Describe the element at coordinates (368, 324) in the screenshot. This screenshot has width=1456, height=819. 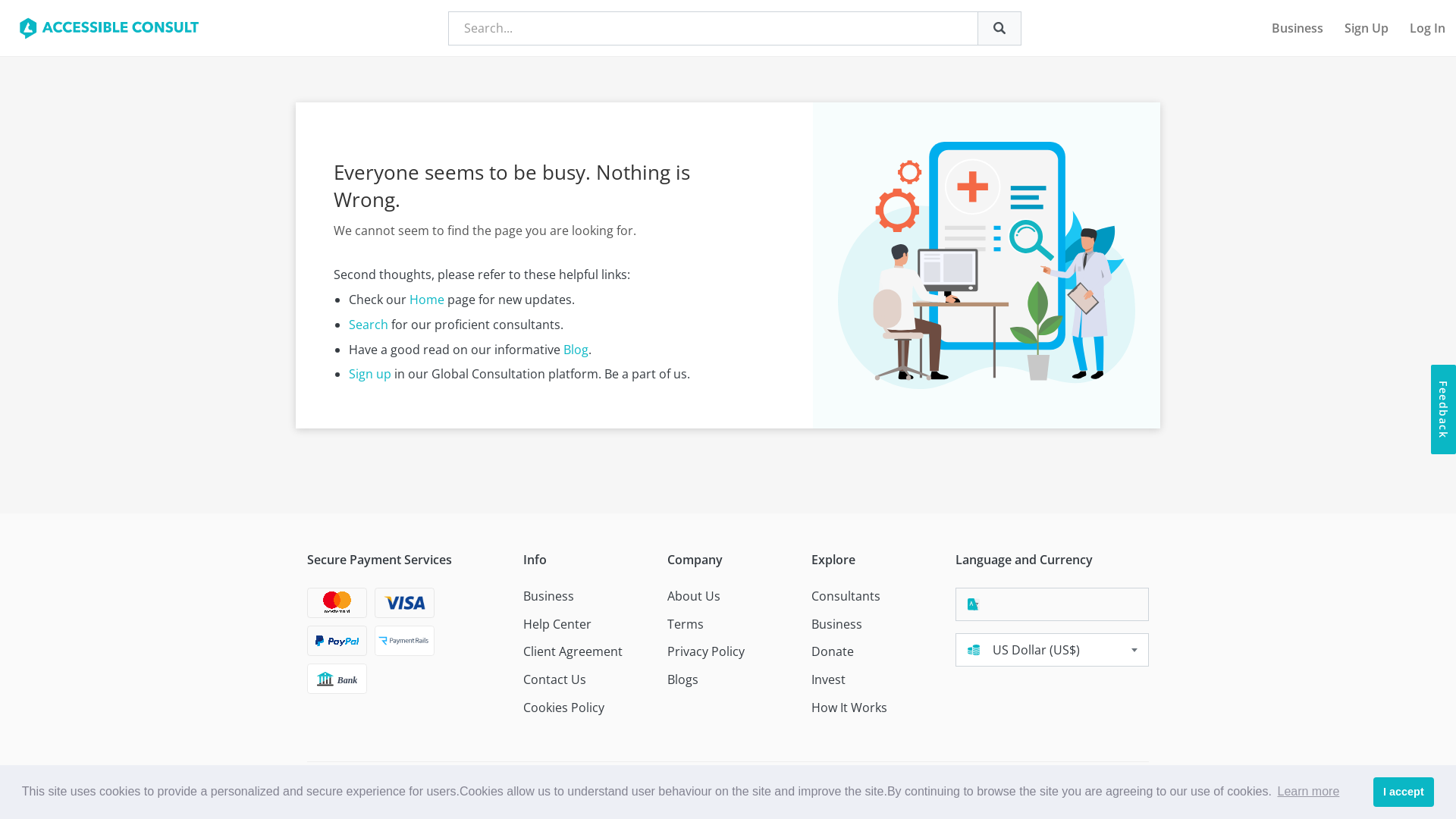
I see `'Search'` at that location.